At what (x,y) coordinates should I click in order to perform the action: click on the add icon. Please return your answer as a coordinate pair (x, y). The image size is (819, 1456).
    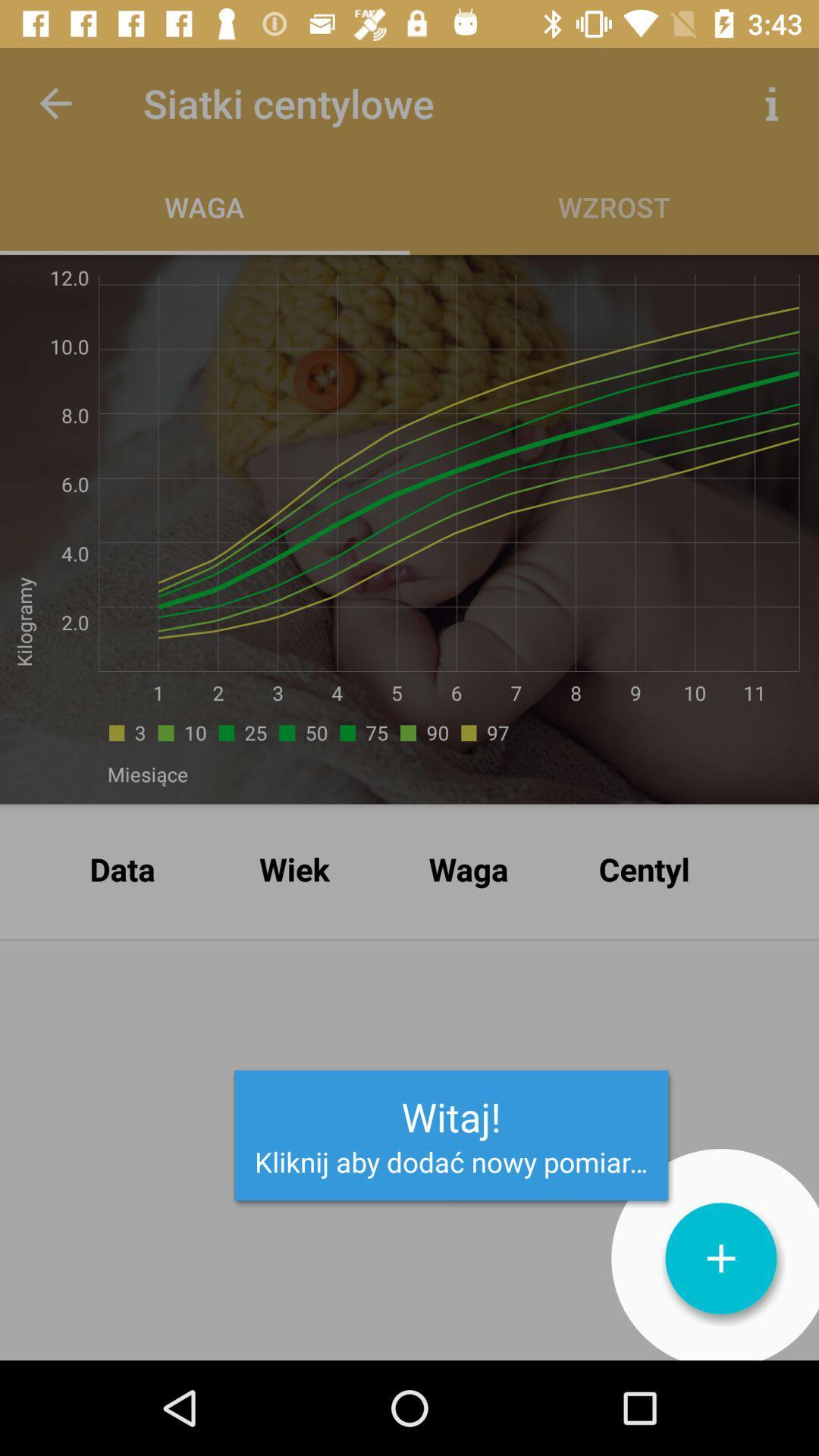
    Looking at the image, I should click on (720, 1258).